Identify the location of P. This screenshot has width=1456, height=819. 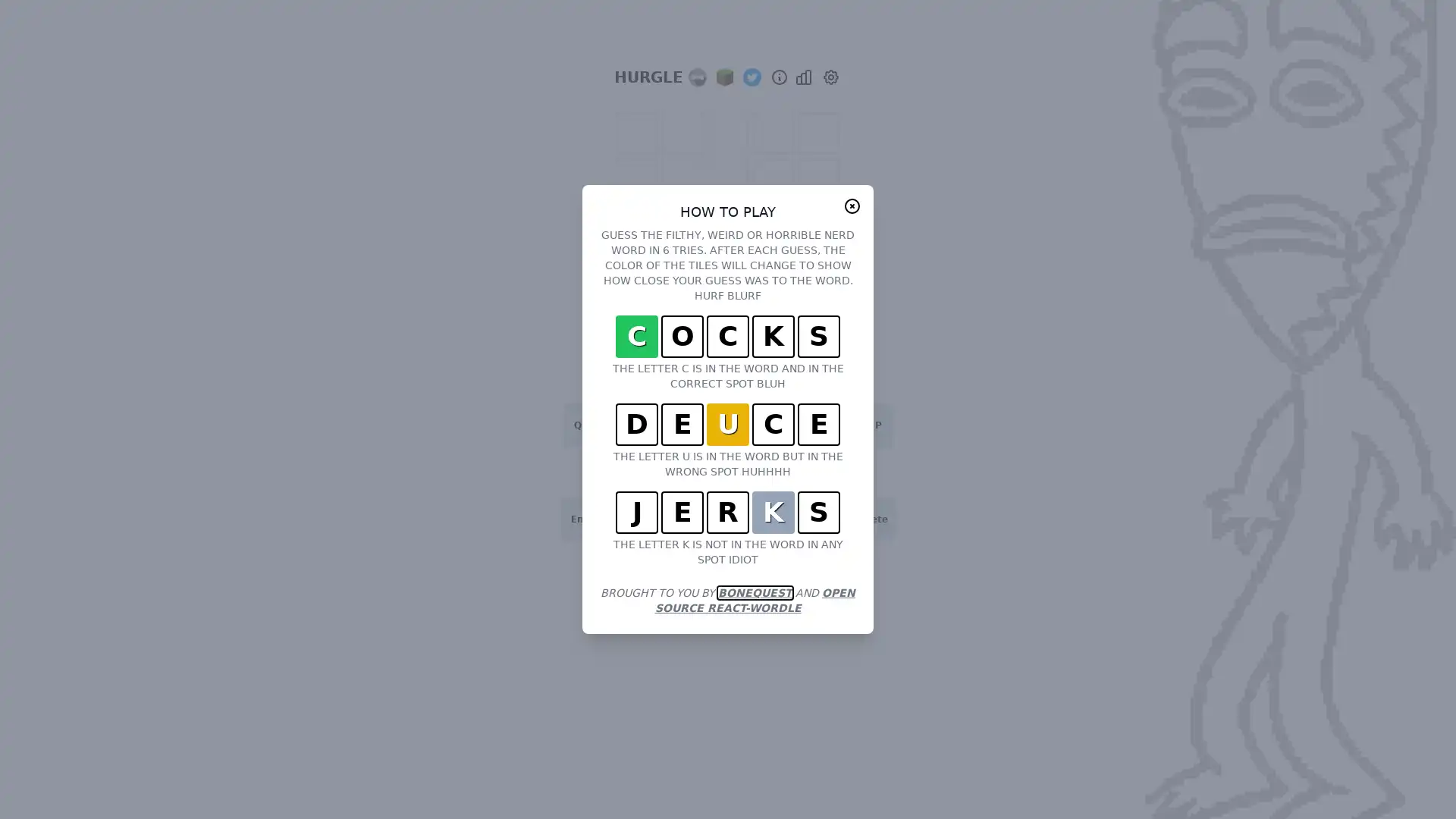
(877, 425).